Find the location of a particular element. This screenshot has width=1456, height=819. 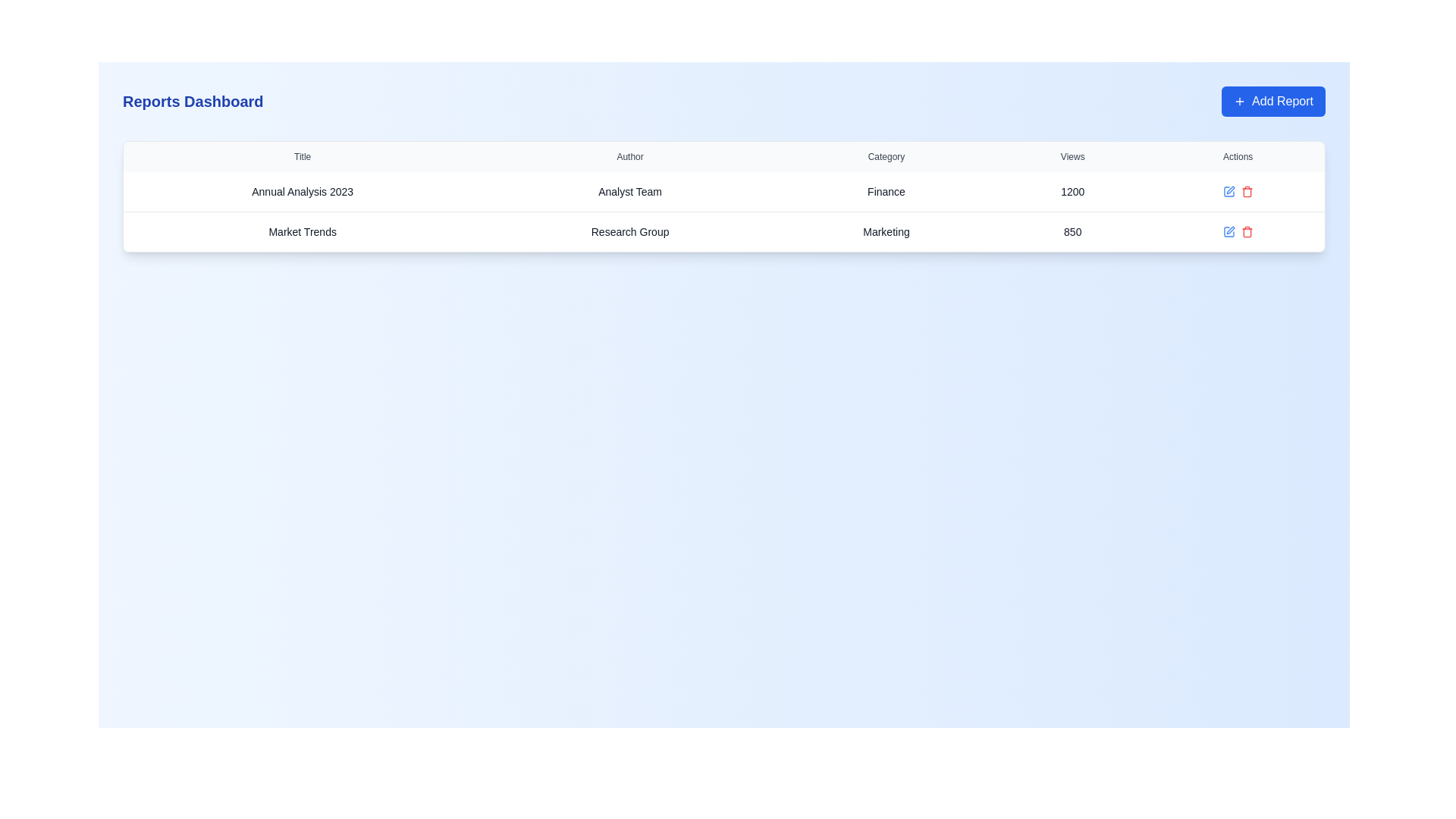

the blue edit icon located in the 'Actions' column of the first data row within the table is located at coordinates (1238, 191).